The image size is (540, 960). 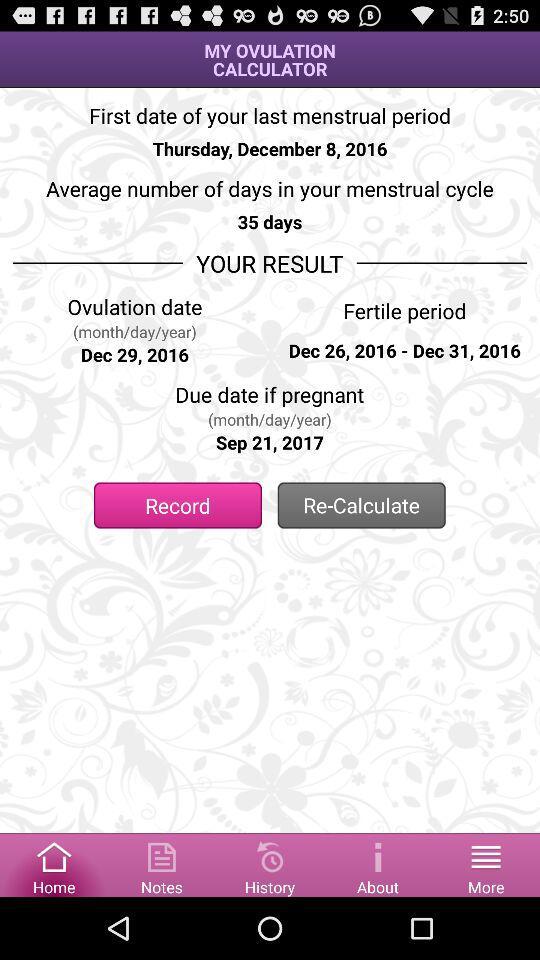 I want to click on notepad button, so click(x=161, y=863).